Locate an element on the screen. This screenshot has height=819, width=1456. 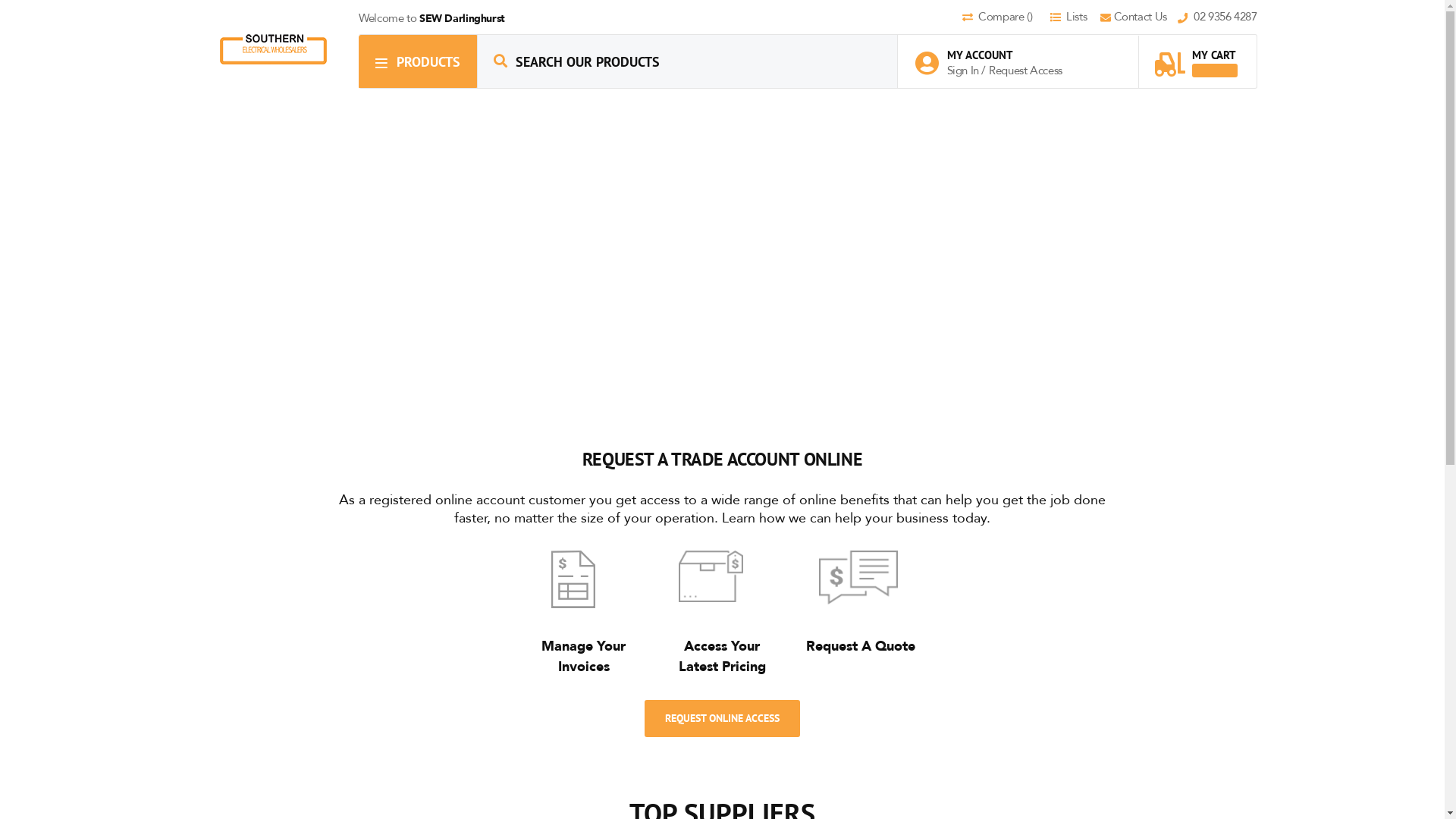
'Lists' is located at coordinates (1073, 17).